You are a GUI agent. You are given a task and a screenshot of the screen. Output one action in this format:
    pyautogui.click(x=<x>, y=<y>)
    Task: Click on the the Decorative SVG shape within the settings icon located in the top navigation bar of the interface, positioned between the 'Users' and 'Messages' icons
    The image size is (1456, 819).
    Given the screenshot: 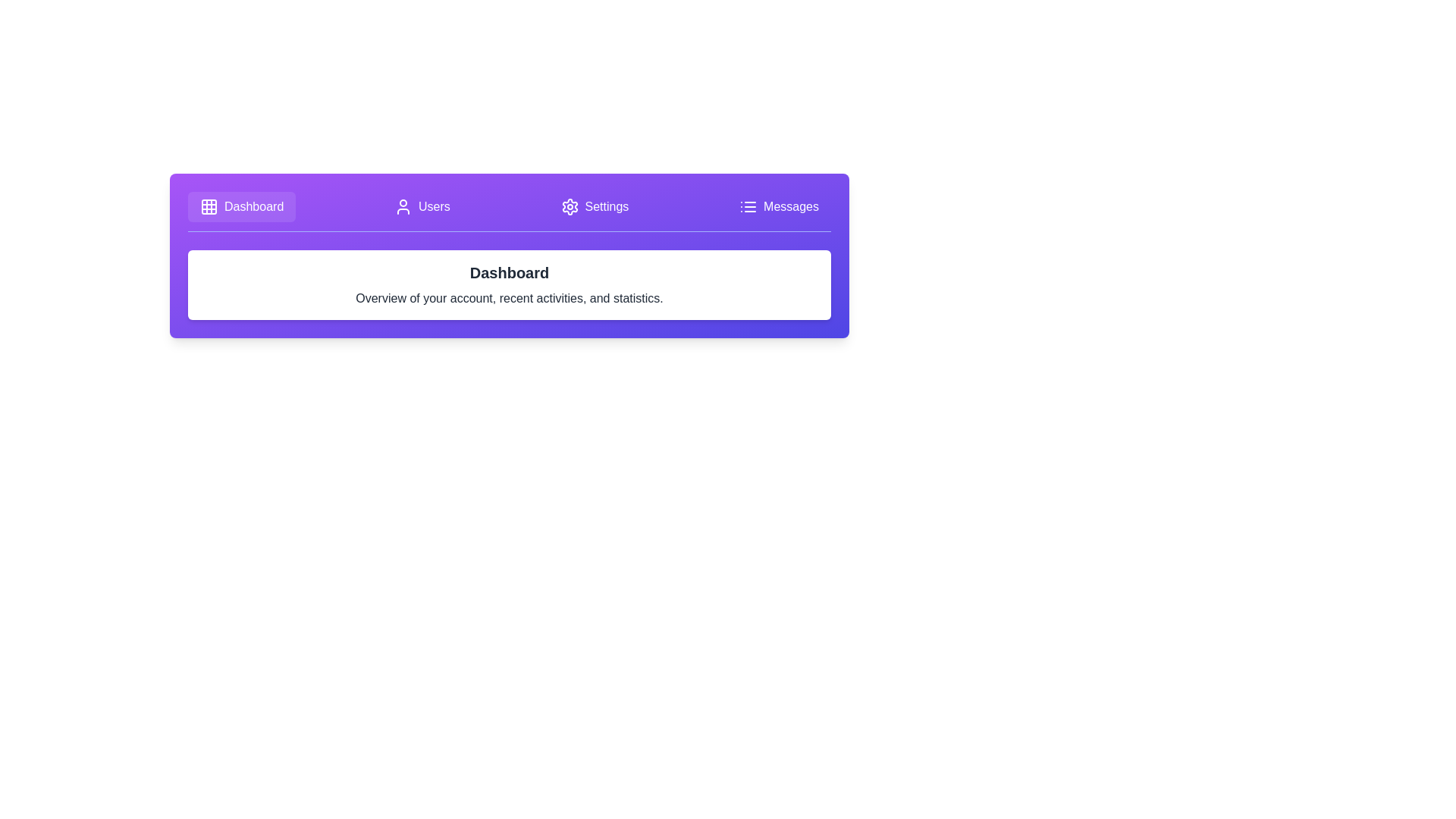 What is the action you would take?
    pyautogui.click(x=569, y=207)
    